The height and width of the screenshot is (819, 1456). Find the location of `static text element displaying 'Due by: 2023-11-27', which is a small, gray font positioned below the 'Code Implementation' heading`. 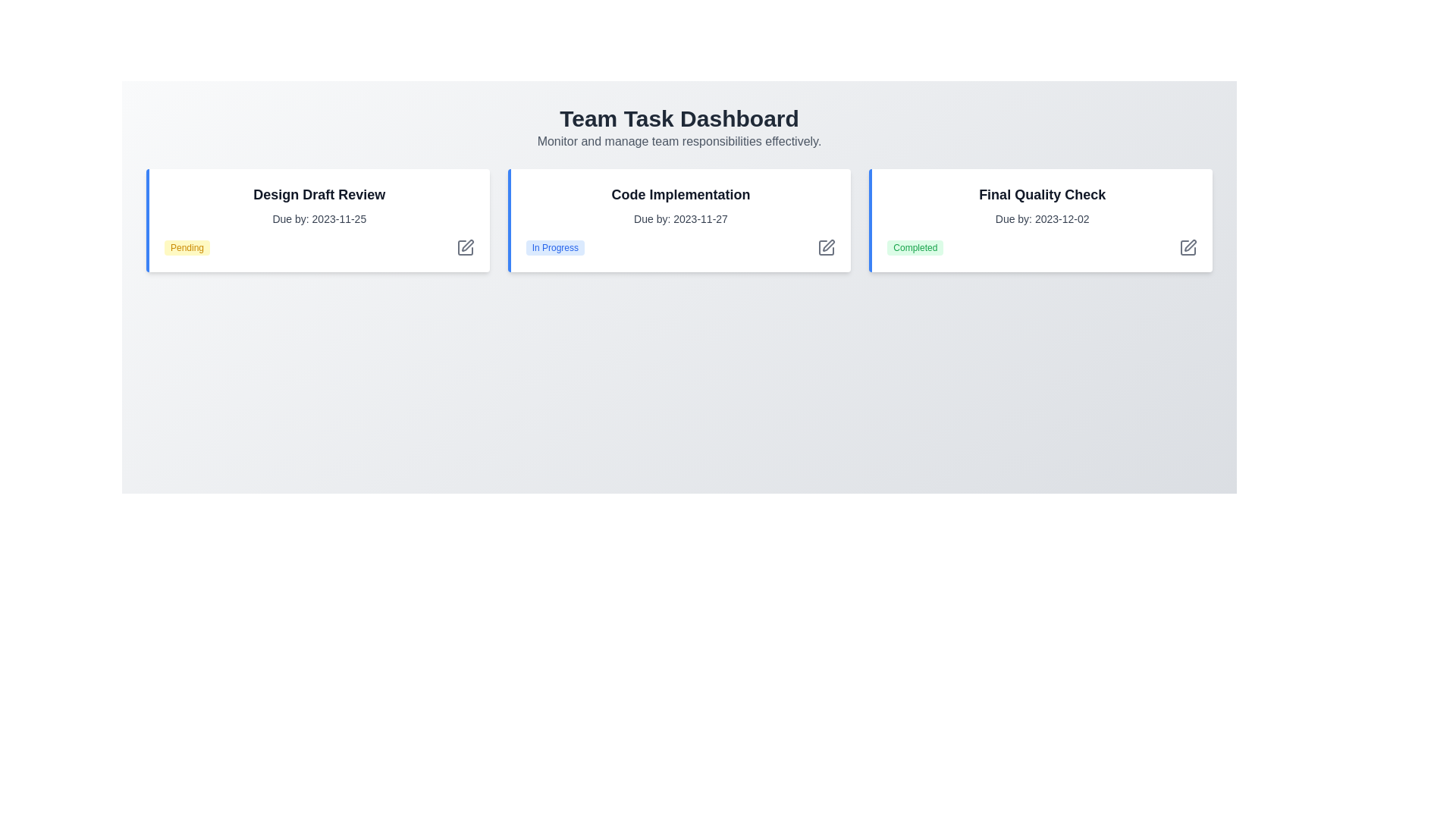

static text element displaying 'Due by: 2023-11-27', which is a small, gray font positioned below the 'Code Implementation' heading is located at coordinates (679, 219).